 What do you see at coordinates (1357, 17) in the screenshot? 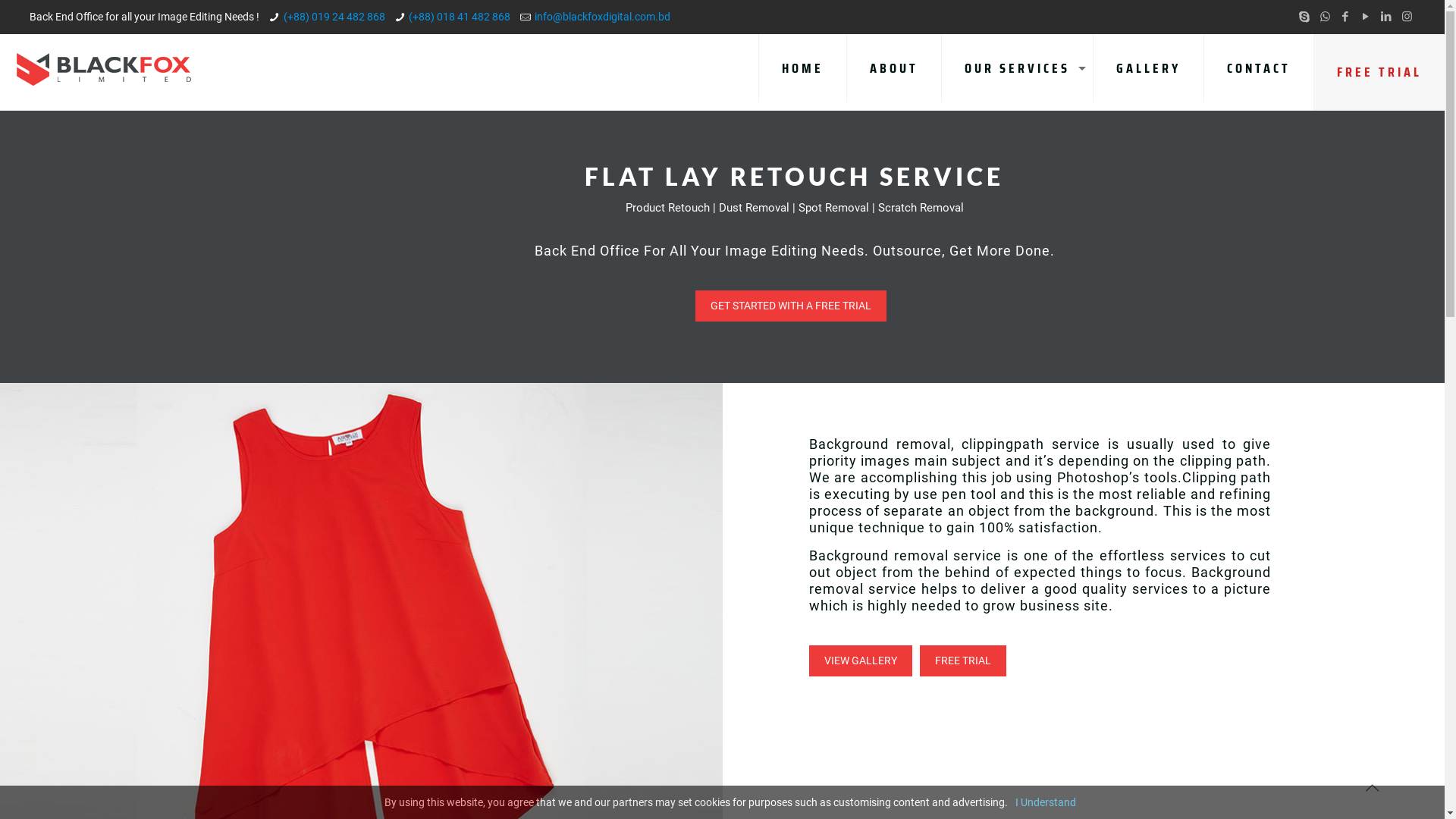
I see `'YouTube'` at bounding box center [1357, 17].